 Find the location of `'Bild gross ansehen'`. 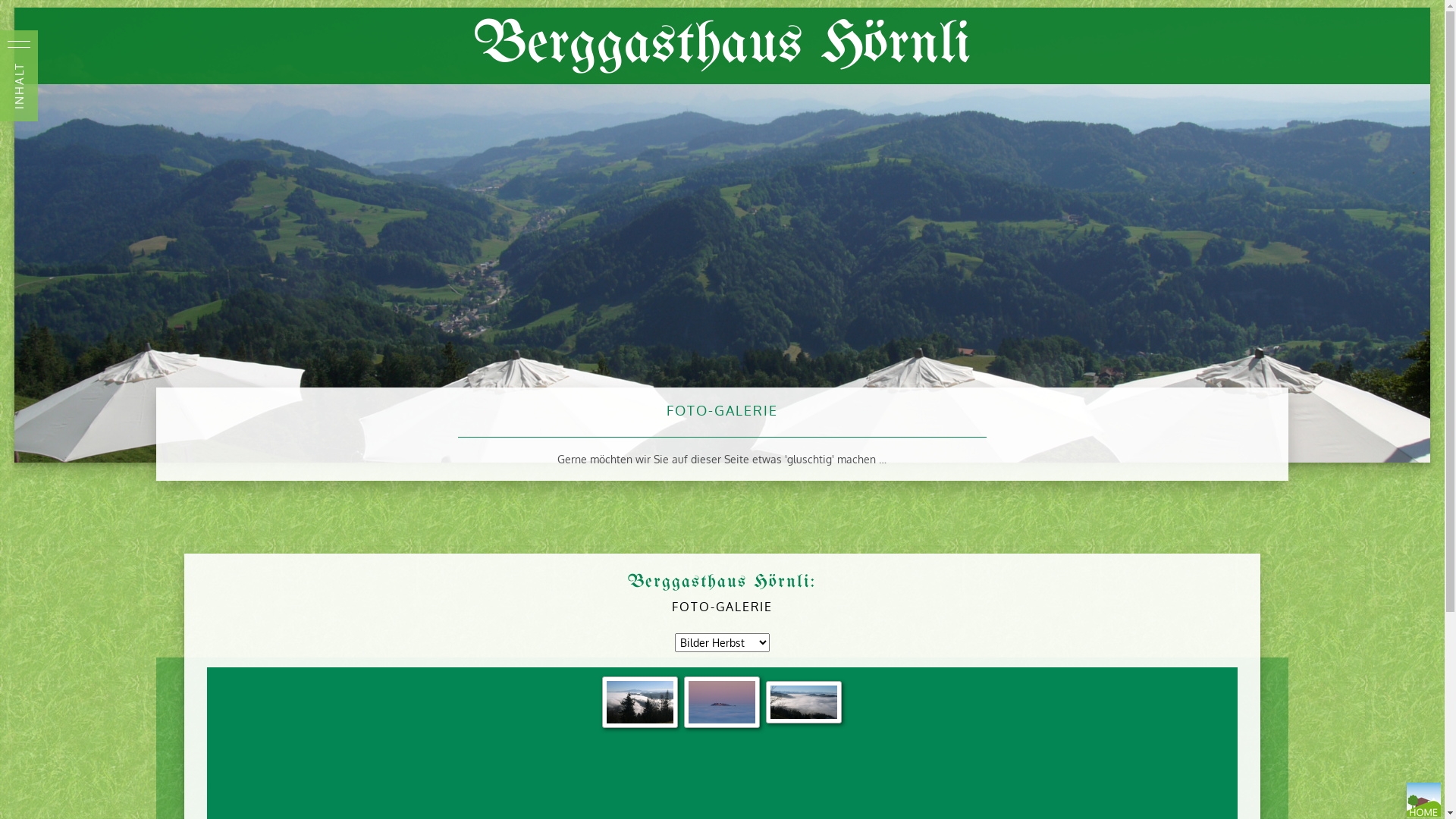

'Bild gross ansehen' is located at coordinates (640, 701).